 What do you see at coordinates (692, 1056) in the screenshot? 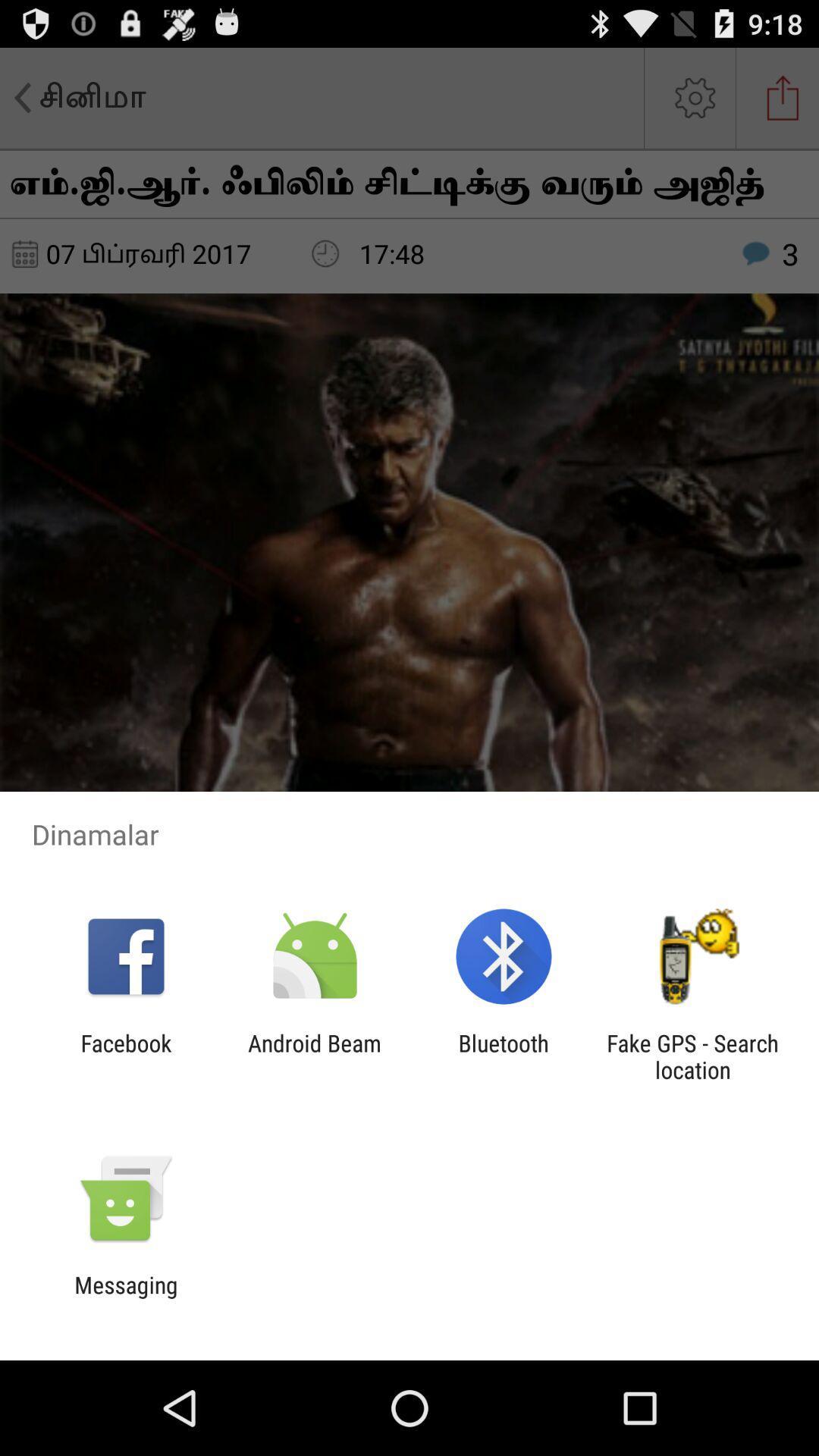
I see `fake gps search app` at bounding box center [692, 1056].